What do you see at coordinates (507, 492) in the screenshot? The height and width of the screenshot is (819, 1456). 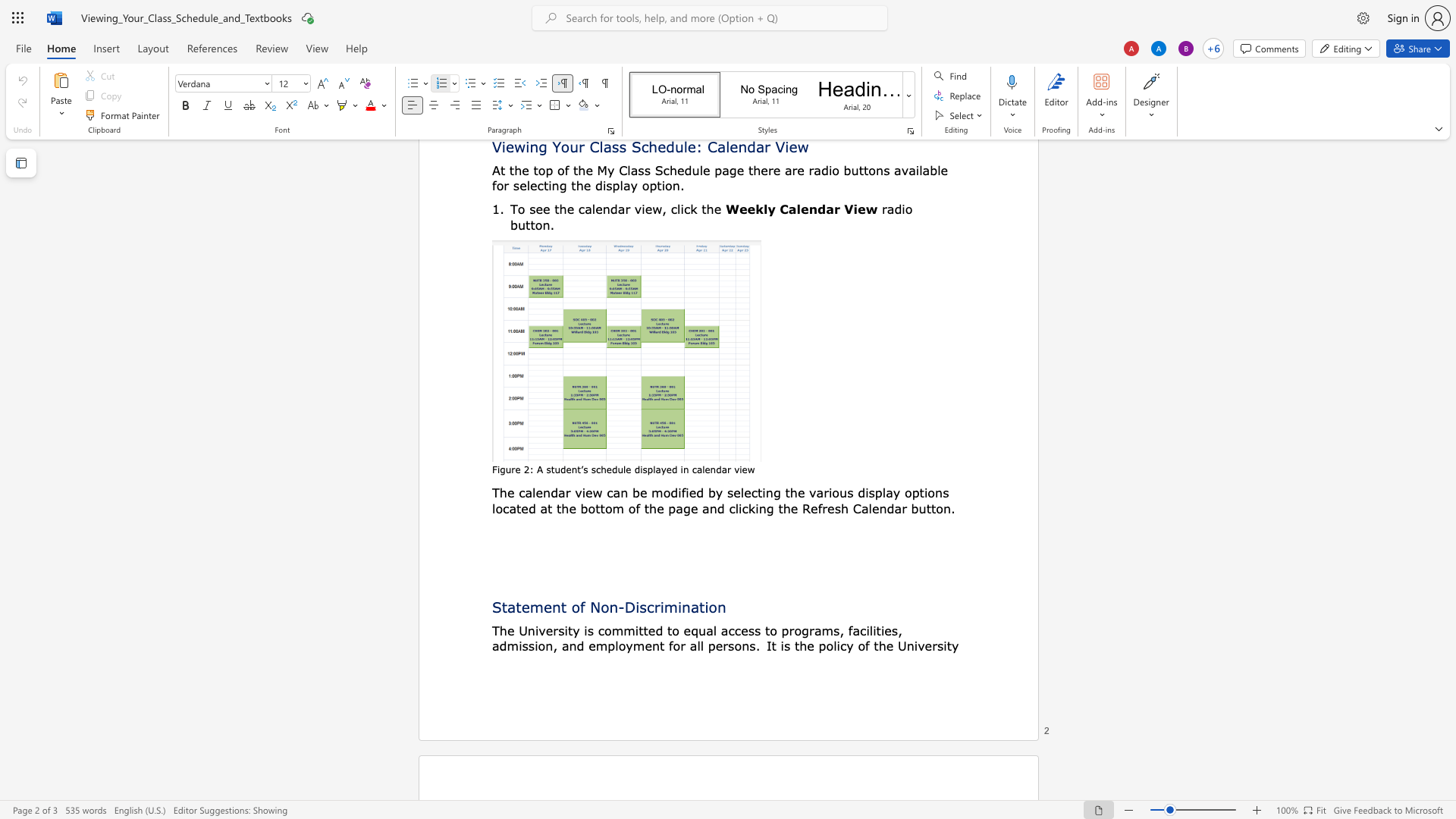 I see `the space between the continuous character "h" and "e" in the text` at bounding box center [507, 492].